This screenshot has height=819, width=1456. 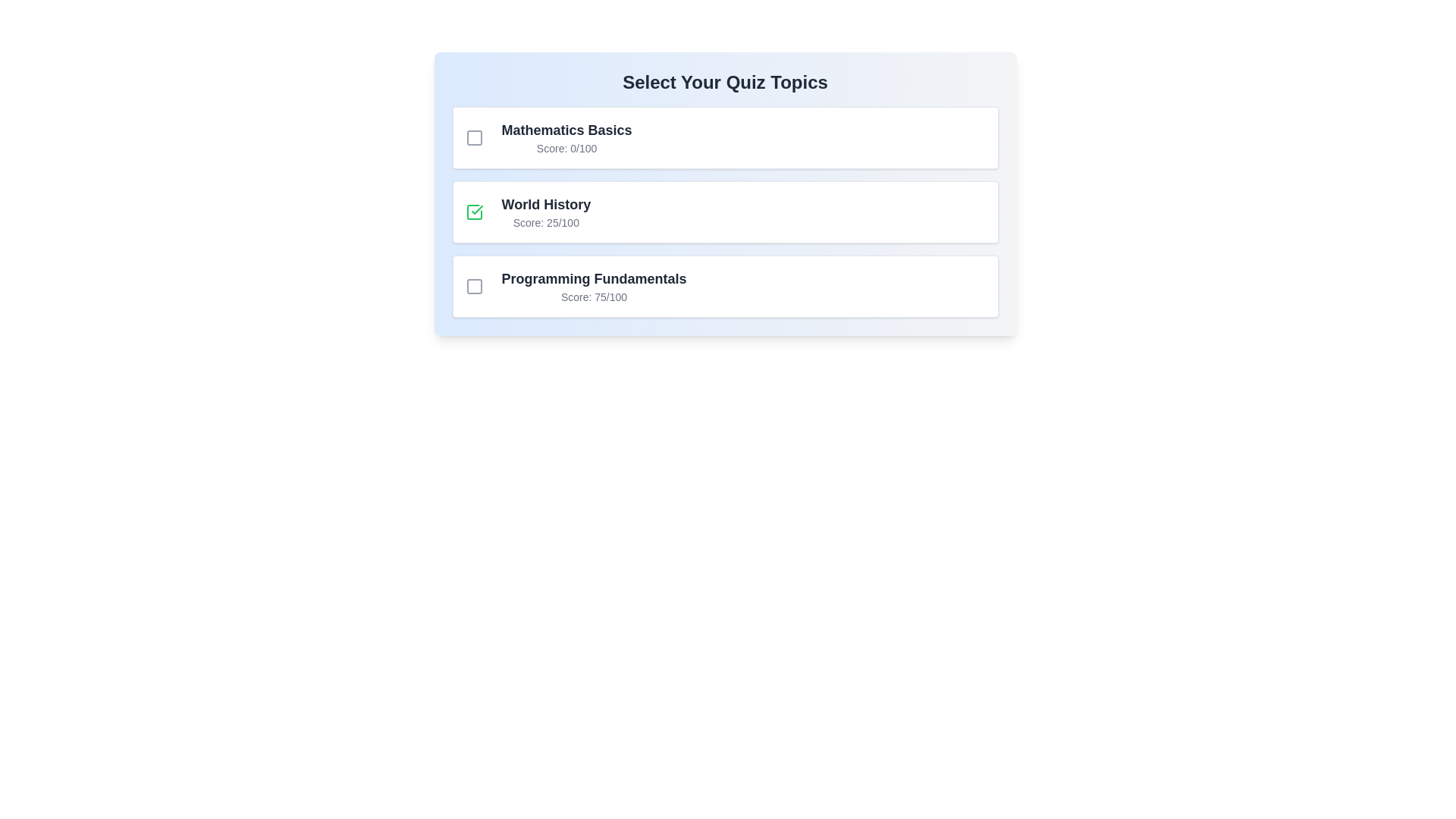 What do you see at coordinates (473, 212) in the screenshot?
I see `the quiz topic World History` at bounding box center [473, 212].